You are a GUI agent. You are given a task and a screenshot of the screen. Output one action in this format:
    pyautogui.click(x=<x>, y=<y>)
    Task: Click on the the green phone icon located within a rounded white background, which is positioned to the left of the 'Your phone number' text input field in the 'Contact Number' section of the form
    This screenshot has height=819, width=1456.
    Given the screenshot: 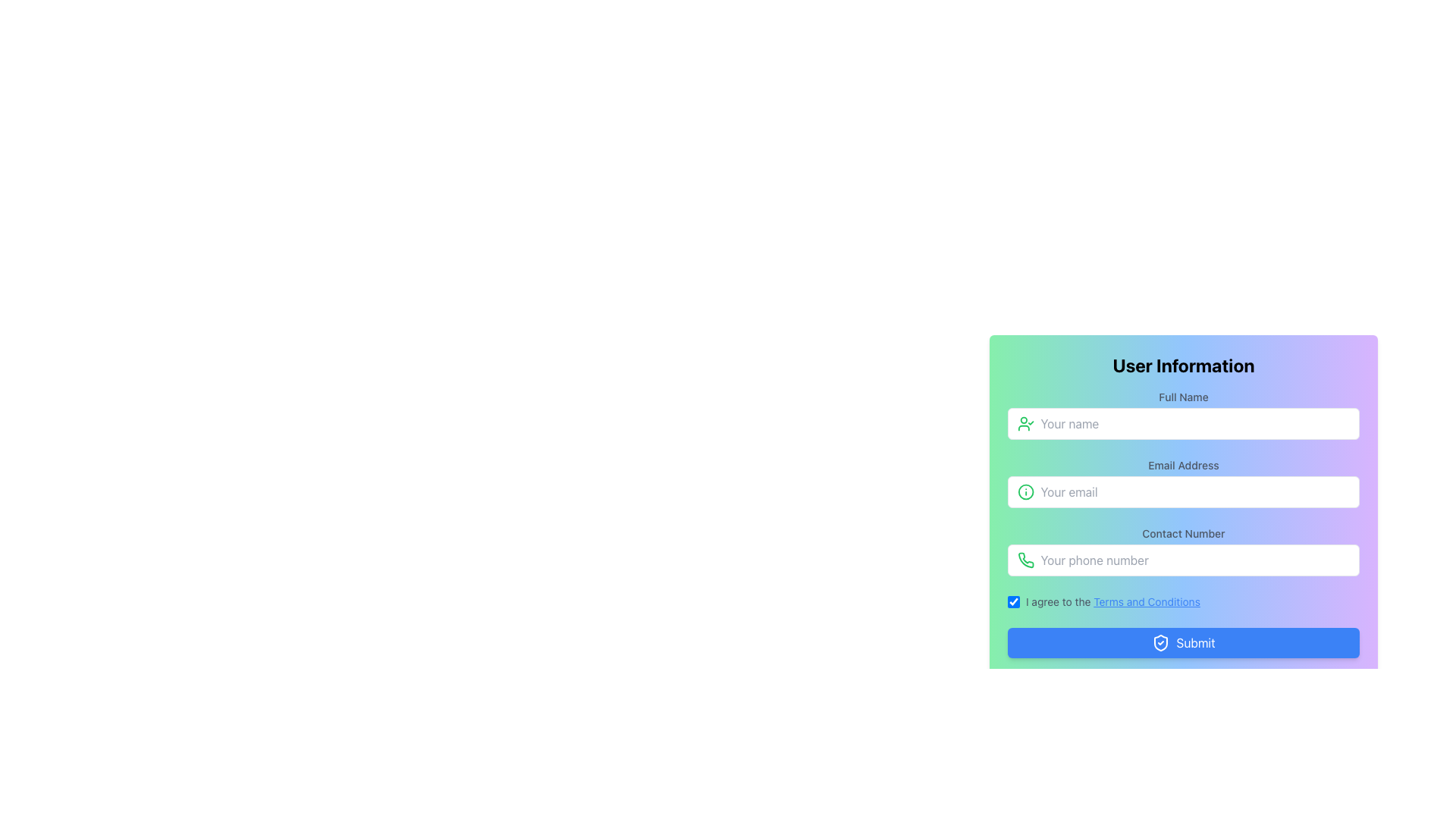 What is the action you would take?
    pyautogui.click(x=1026, y=560)
    